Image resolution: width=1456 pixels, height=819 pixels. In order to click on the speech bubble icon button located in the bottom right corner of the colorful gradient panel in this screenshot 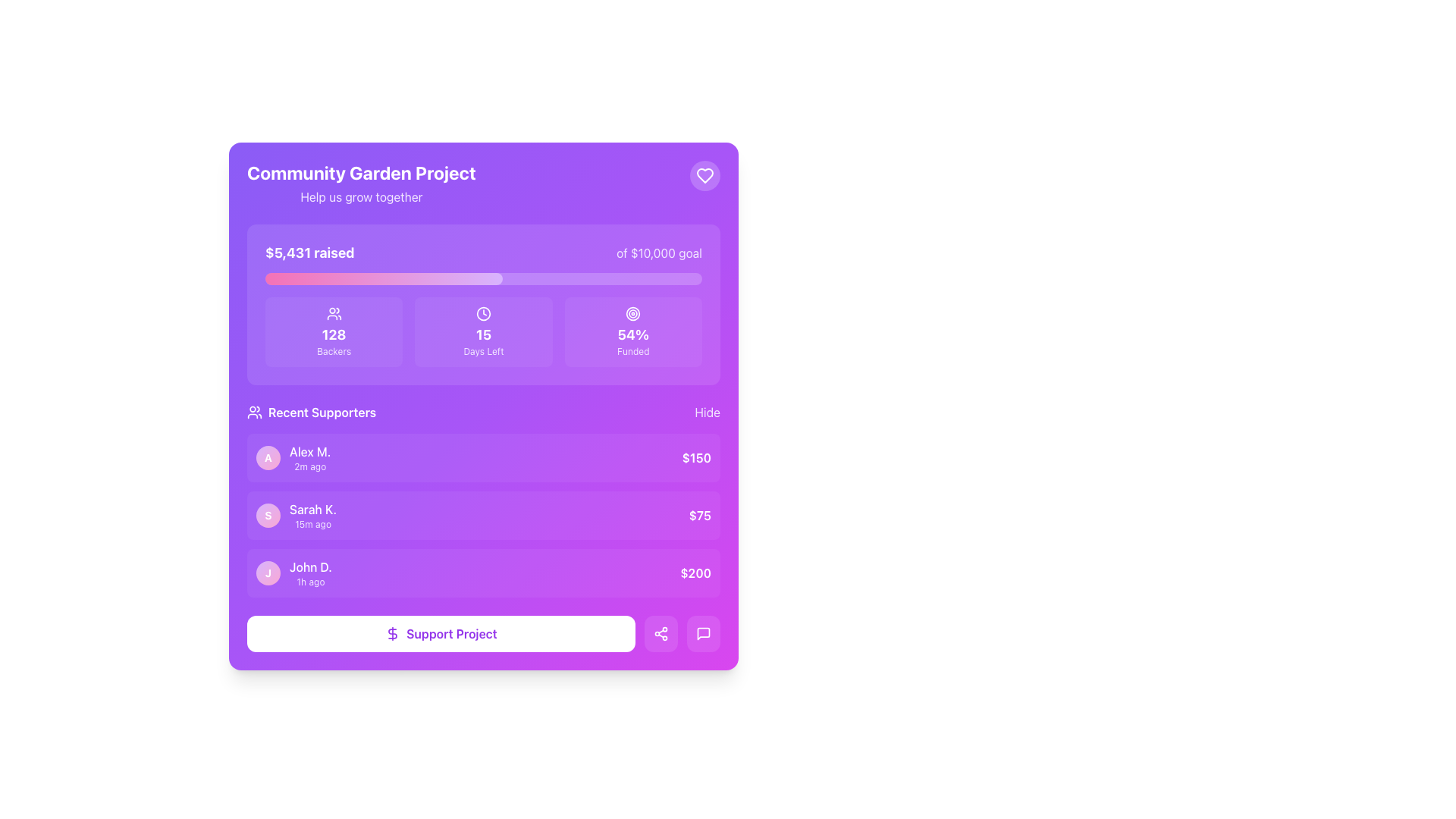, I will do `click(702, 634)`.